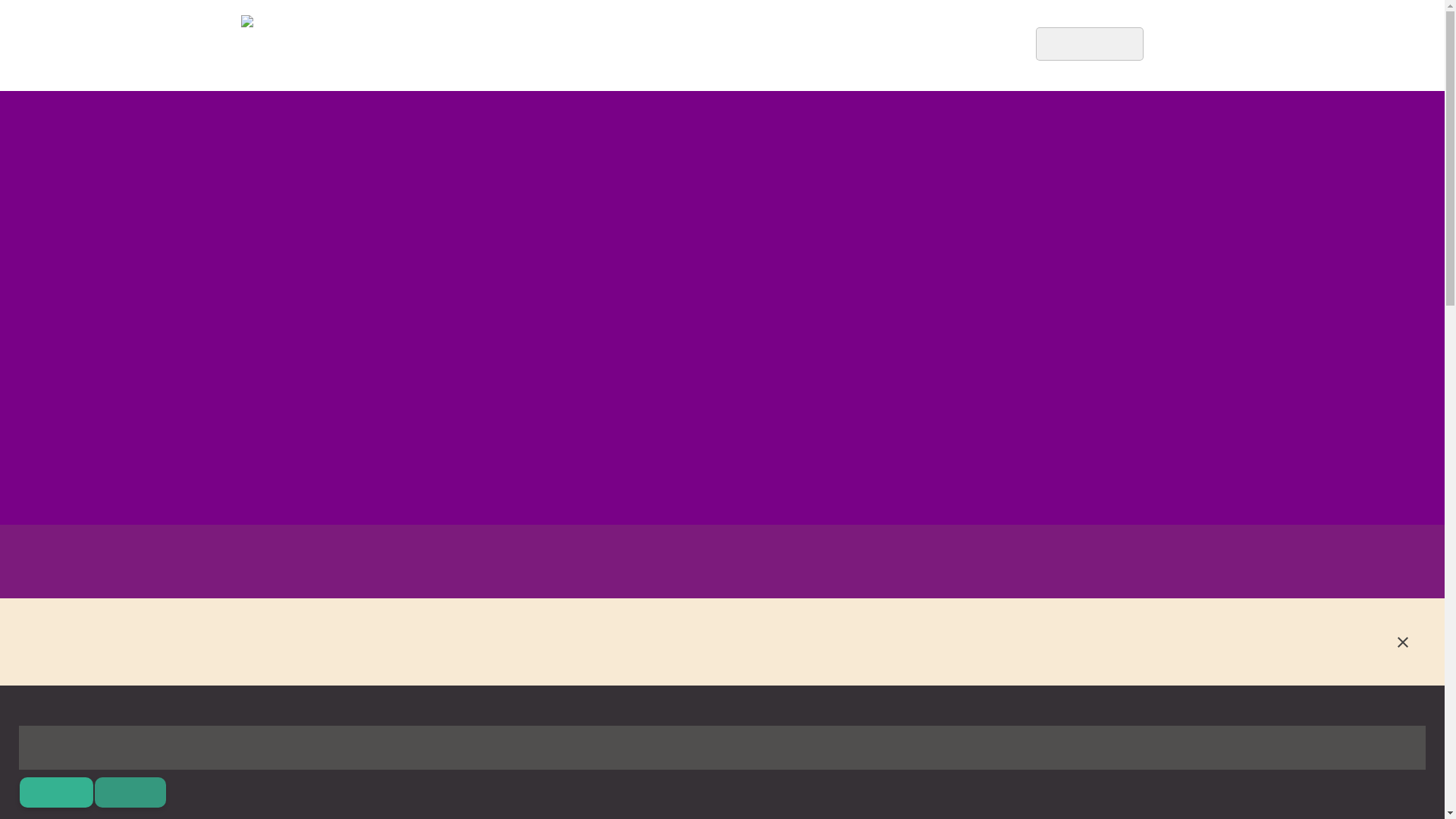  What do you see at coordinates (851, 45) in the screenshot?
I see `'Our Visitors` at bounding box center [851, 45].